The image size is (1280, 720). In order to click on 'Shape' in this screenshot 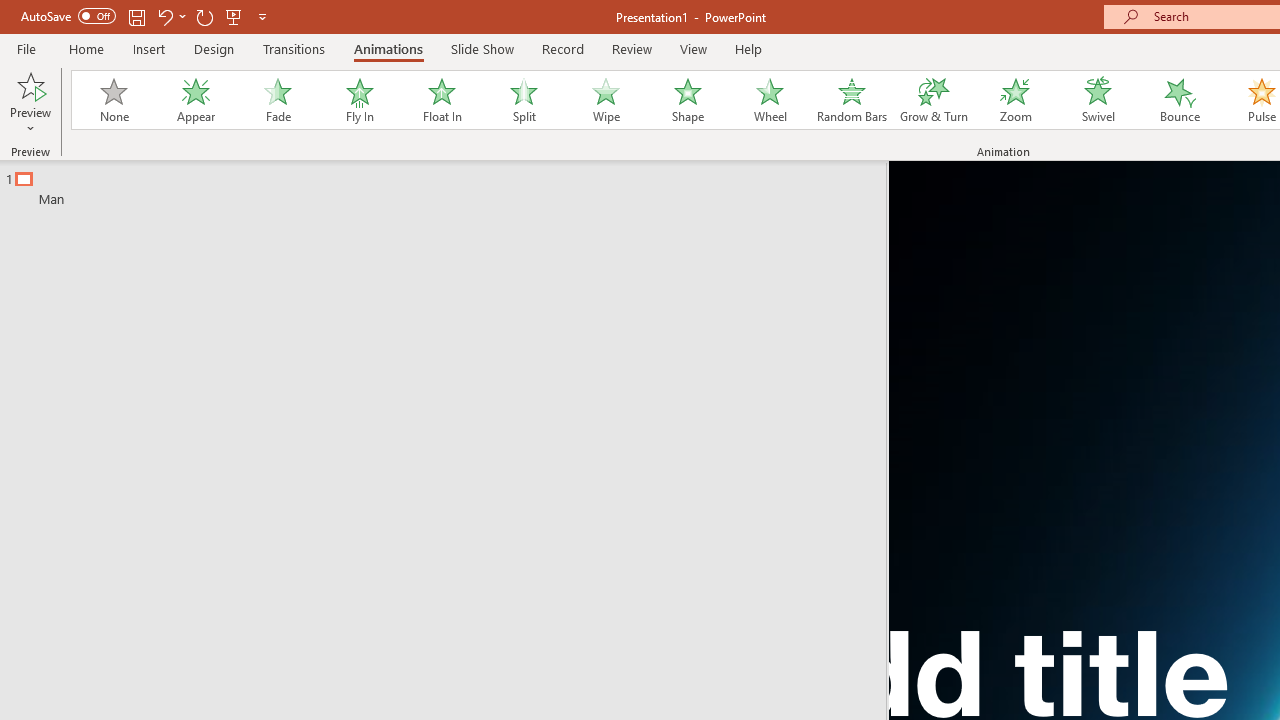, I will do `click(688, 100)`.